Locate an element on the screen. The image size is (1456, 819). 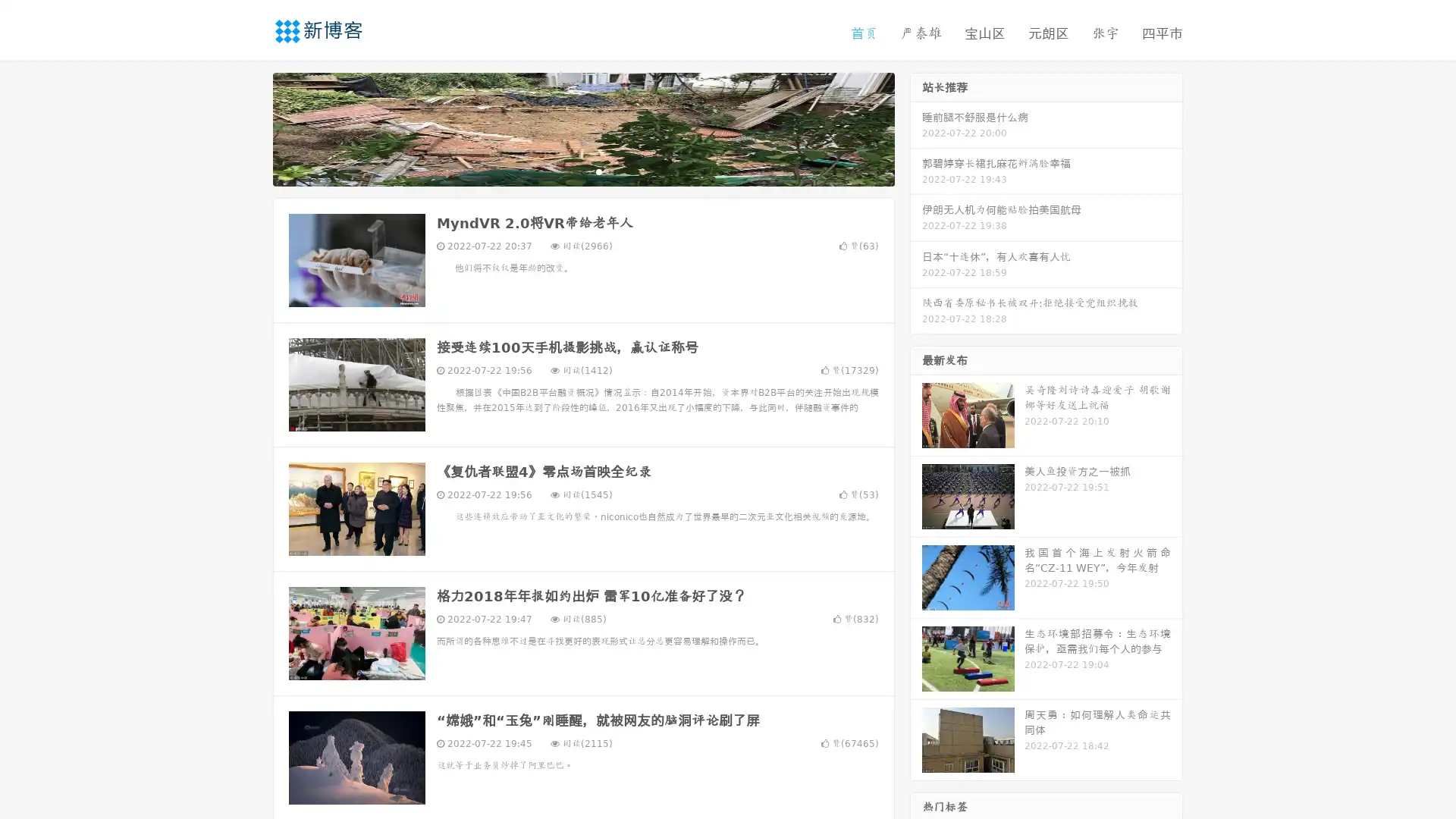
Go to slide 1 is located at coordinates (567, 171).